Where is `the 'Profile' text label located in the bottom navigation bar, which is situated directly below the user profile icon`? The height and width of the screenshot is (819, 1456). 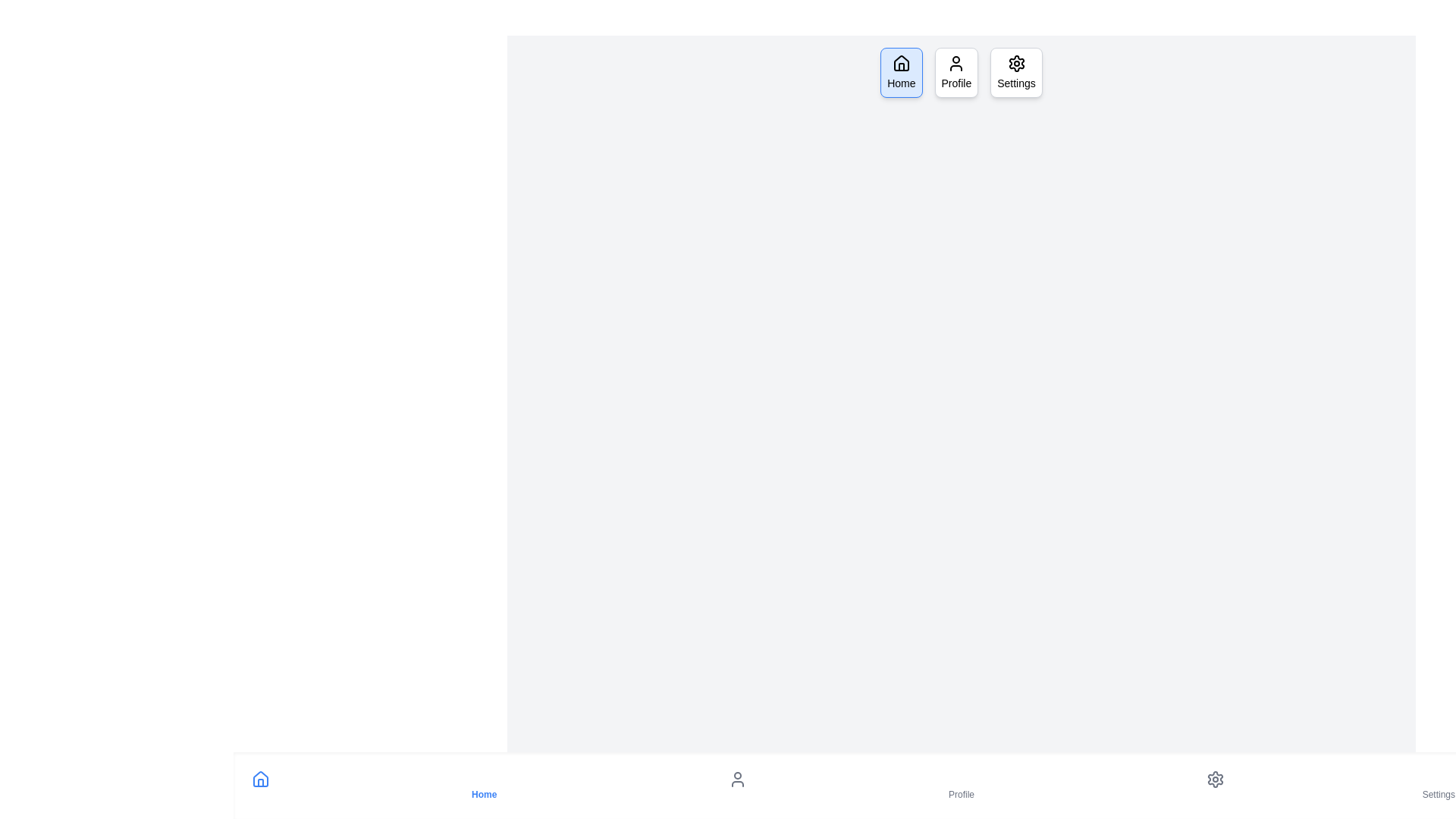
the 'Profile' text label located in the bottom navigation bar, which is situated directly below the user profile icon is located at coordinates (960, 794).